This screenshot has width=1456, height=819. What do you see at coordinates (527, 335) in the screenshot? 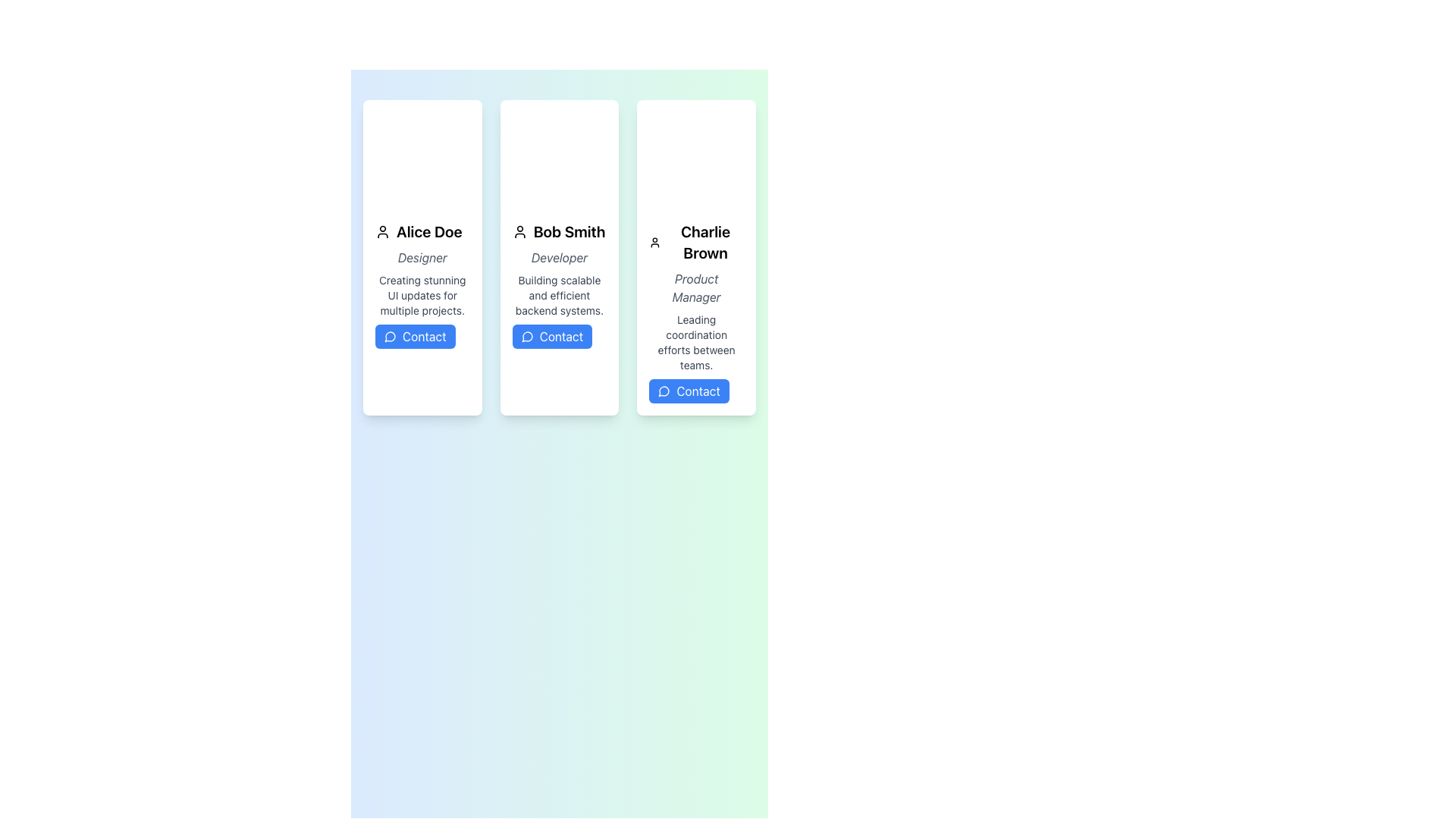
I see `the circular speech bubble icon above the 'Contact' button, which is to the left of the user's name 'Bob Smith'` at bounding box center [527, 335].